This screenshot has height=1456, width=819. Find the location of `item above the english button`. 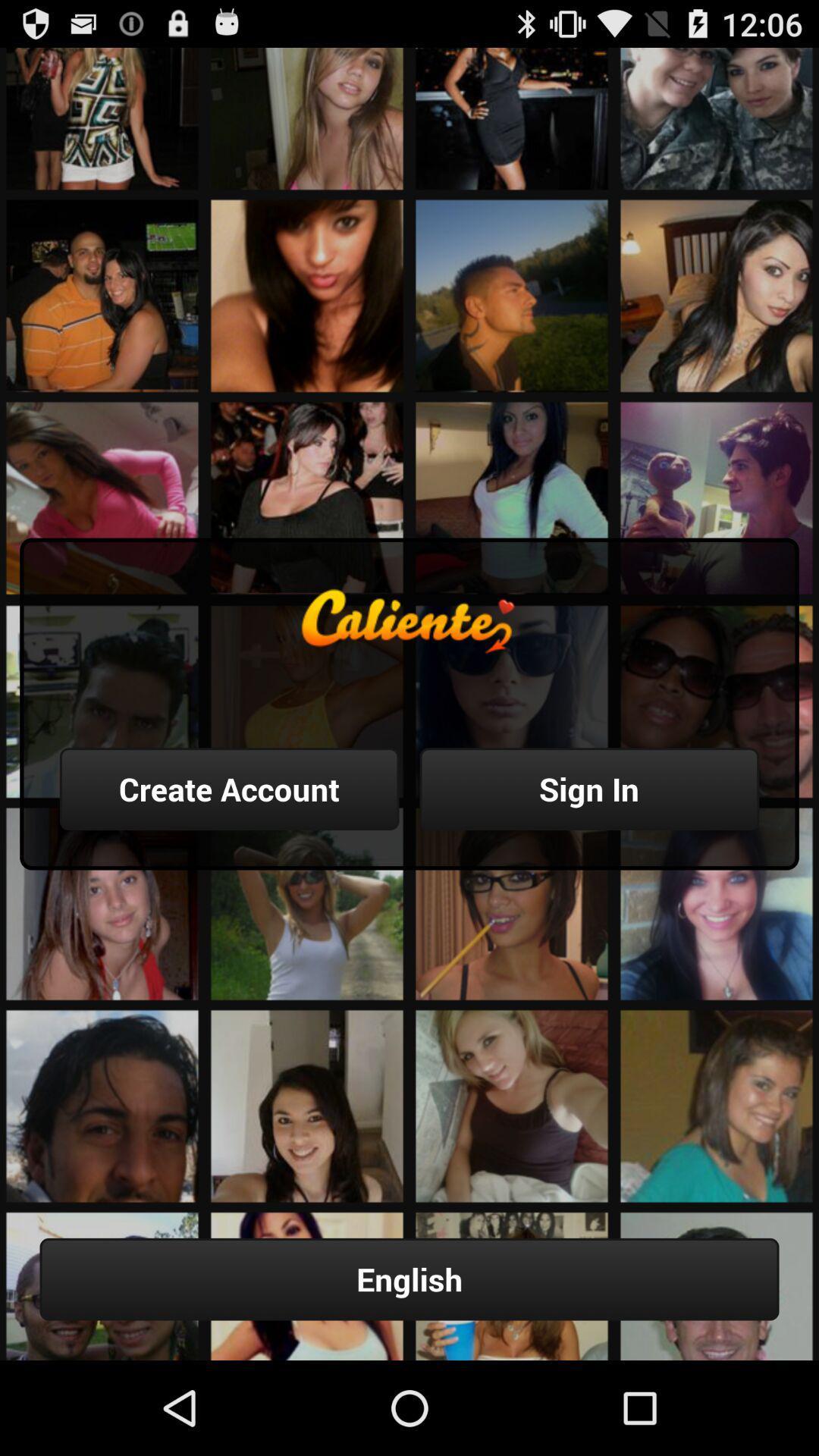

item above the english button is located at coordinates (229, 789).